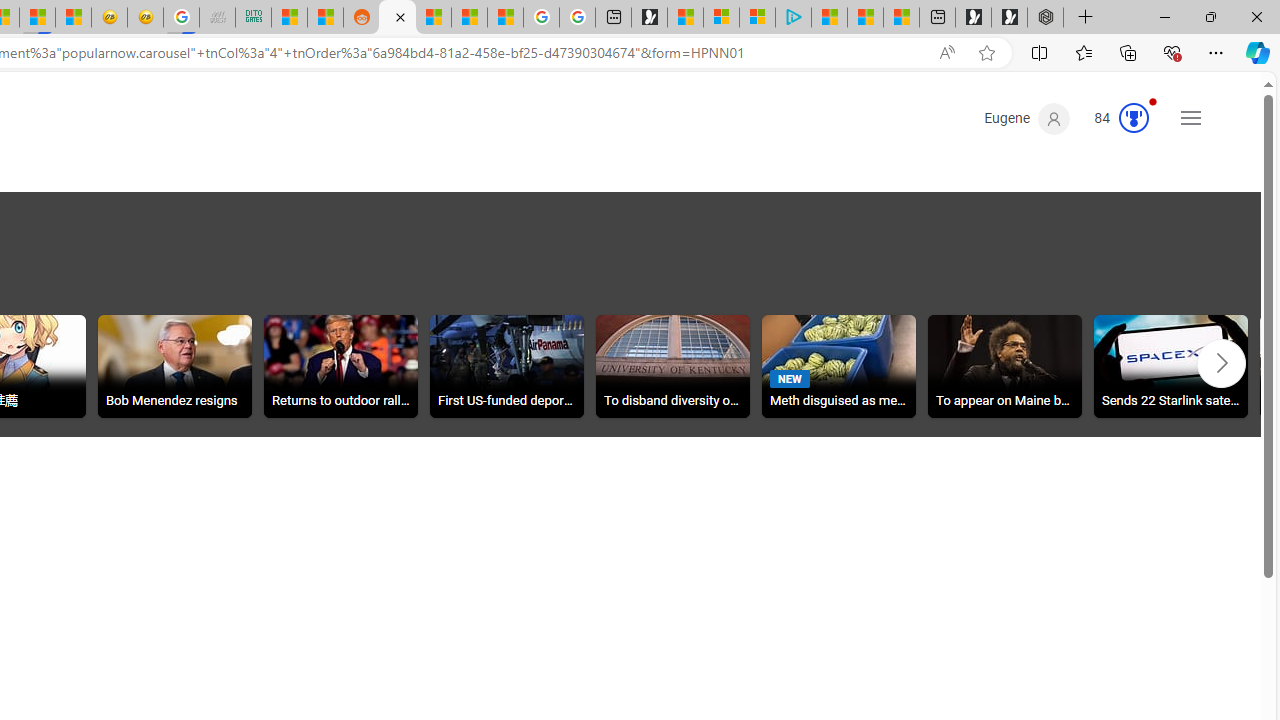 The height and width of the screenshot is (720, 1280). What do you see at coordinates (506, 369) in the screenshot?
I see `'First US-funded deportation'` at bounding box center [506, 369].